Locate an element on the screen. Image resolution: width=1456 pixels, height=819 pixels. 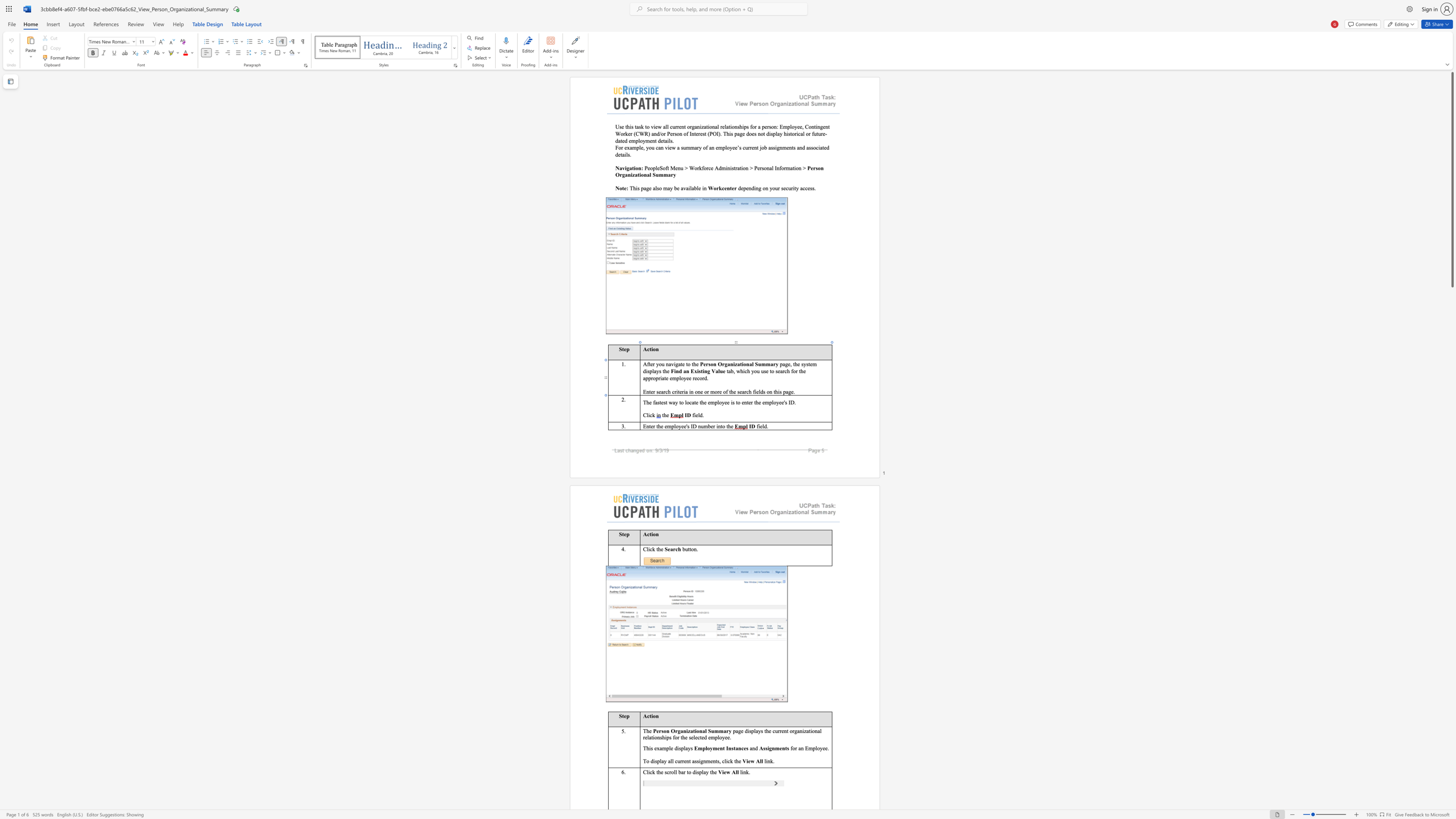
the 1th character "o" in the text is located at coordinates (677, 426).